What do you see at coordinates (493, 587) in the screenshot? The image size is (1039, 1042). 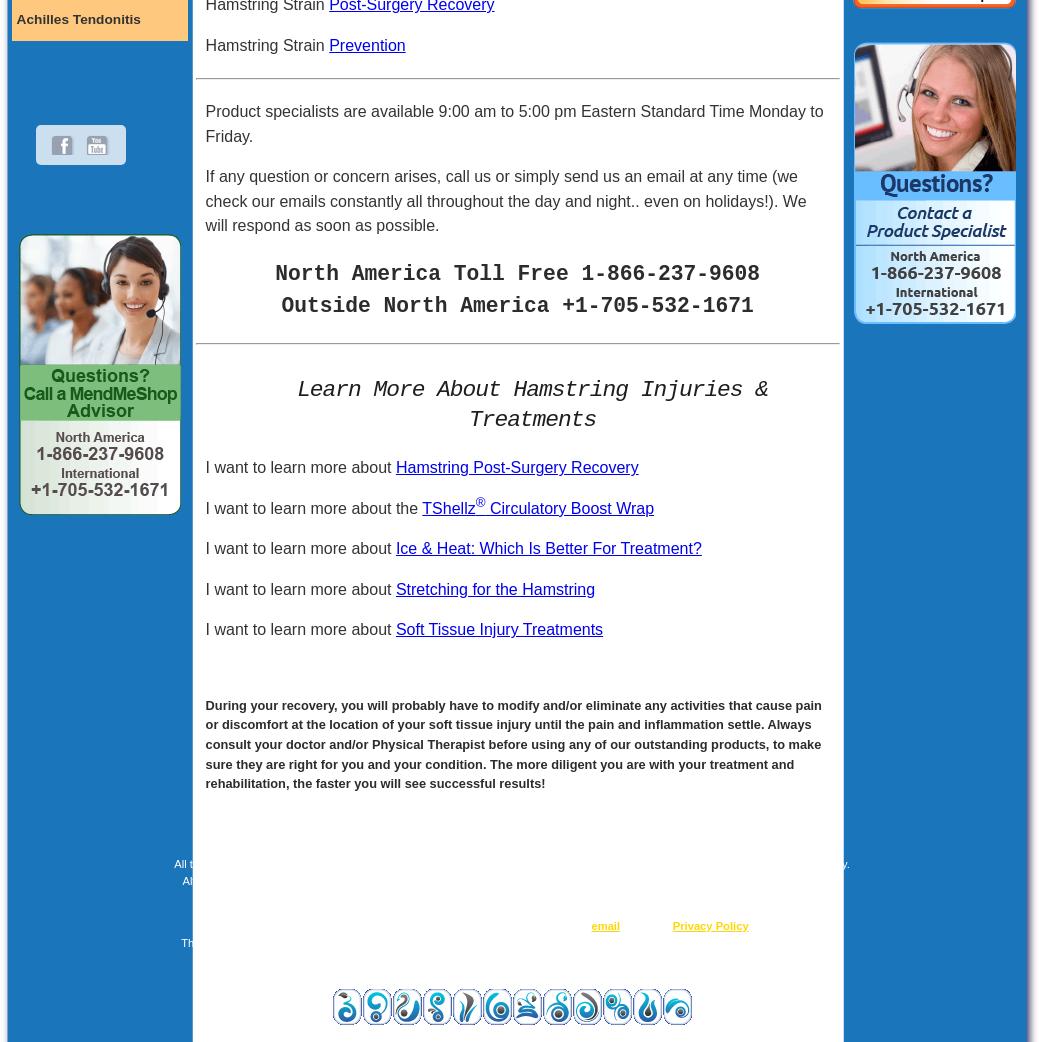 I see `'Stretching for the Hamstring'` at bounding box center [493, 587].